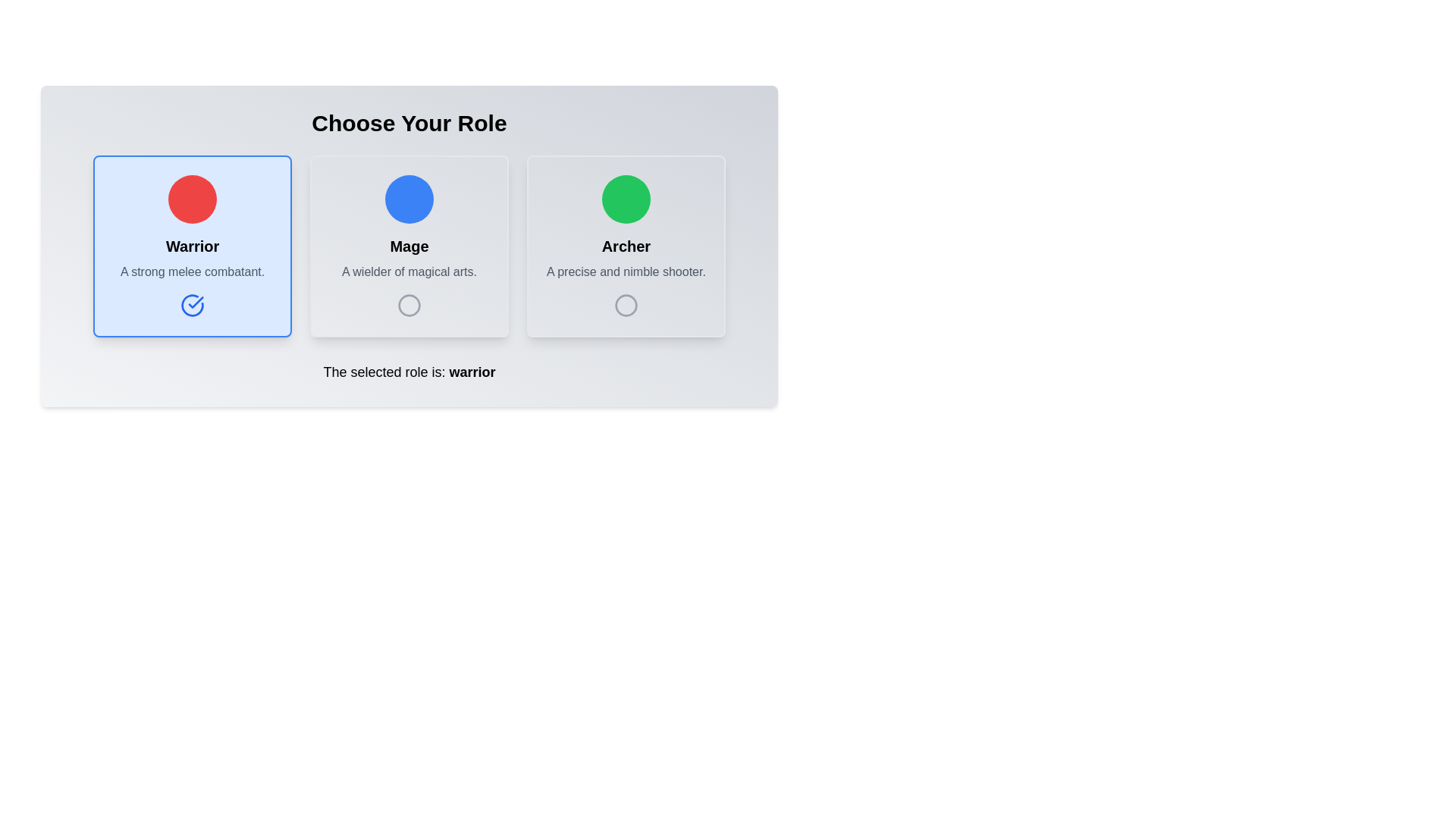  I want to click on the radio button for the 'Mage' role, so click(409, 305).